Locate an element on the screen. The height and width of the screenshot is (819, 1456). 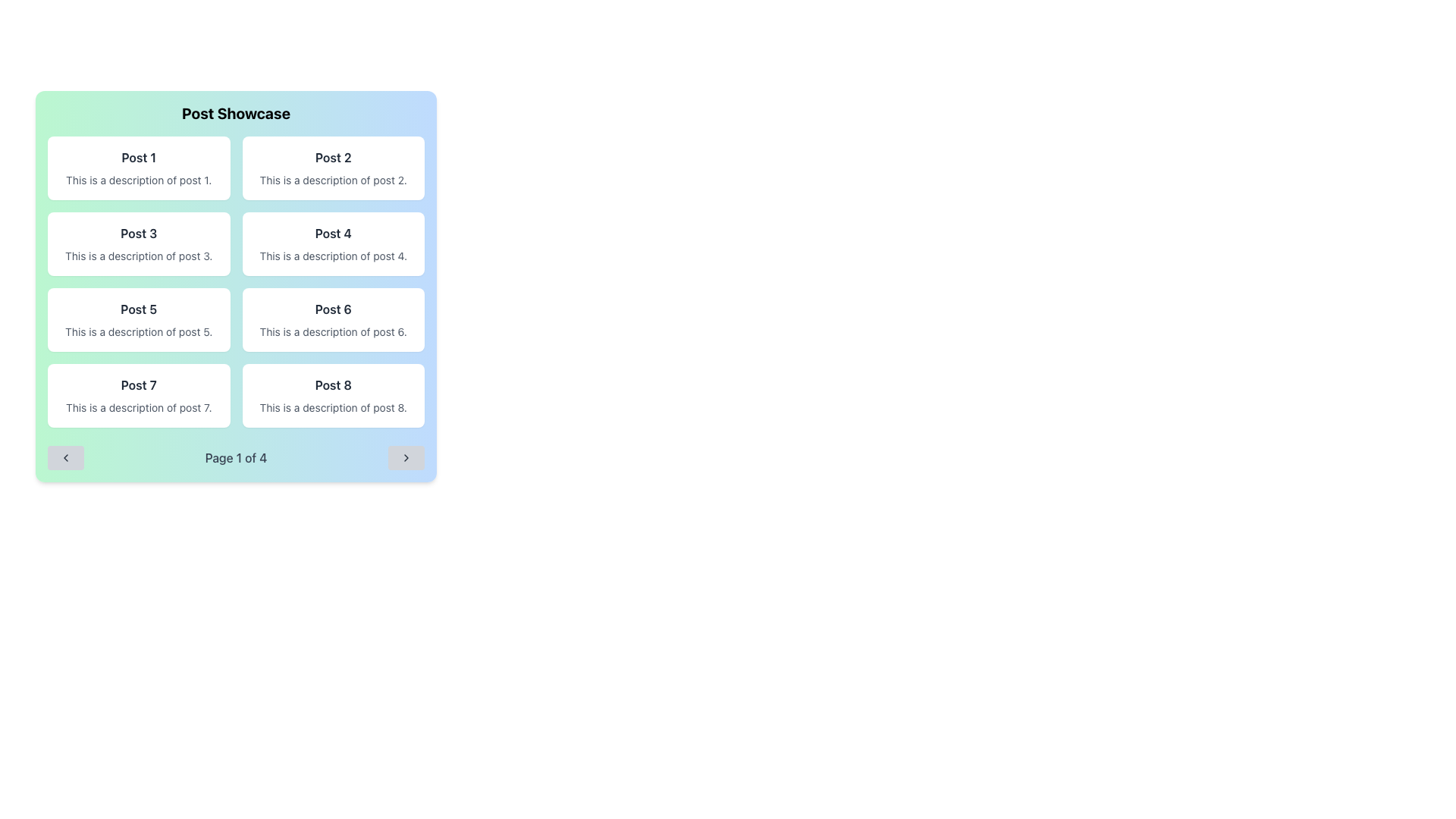
the 'Post 6' text label, which is styled in bold dark gray on a white background, located is located at coordinates (332, 309).